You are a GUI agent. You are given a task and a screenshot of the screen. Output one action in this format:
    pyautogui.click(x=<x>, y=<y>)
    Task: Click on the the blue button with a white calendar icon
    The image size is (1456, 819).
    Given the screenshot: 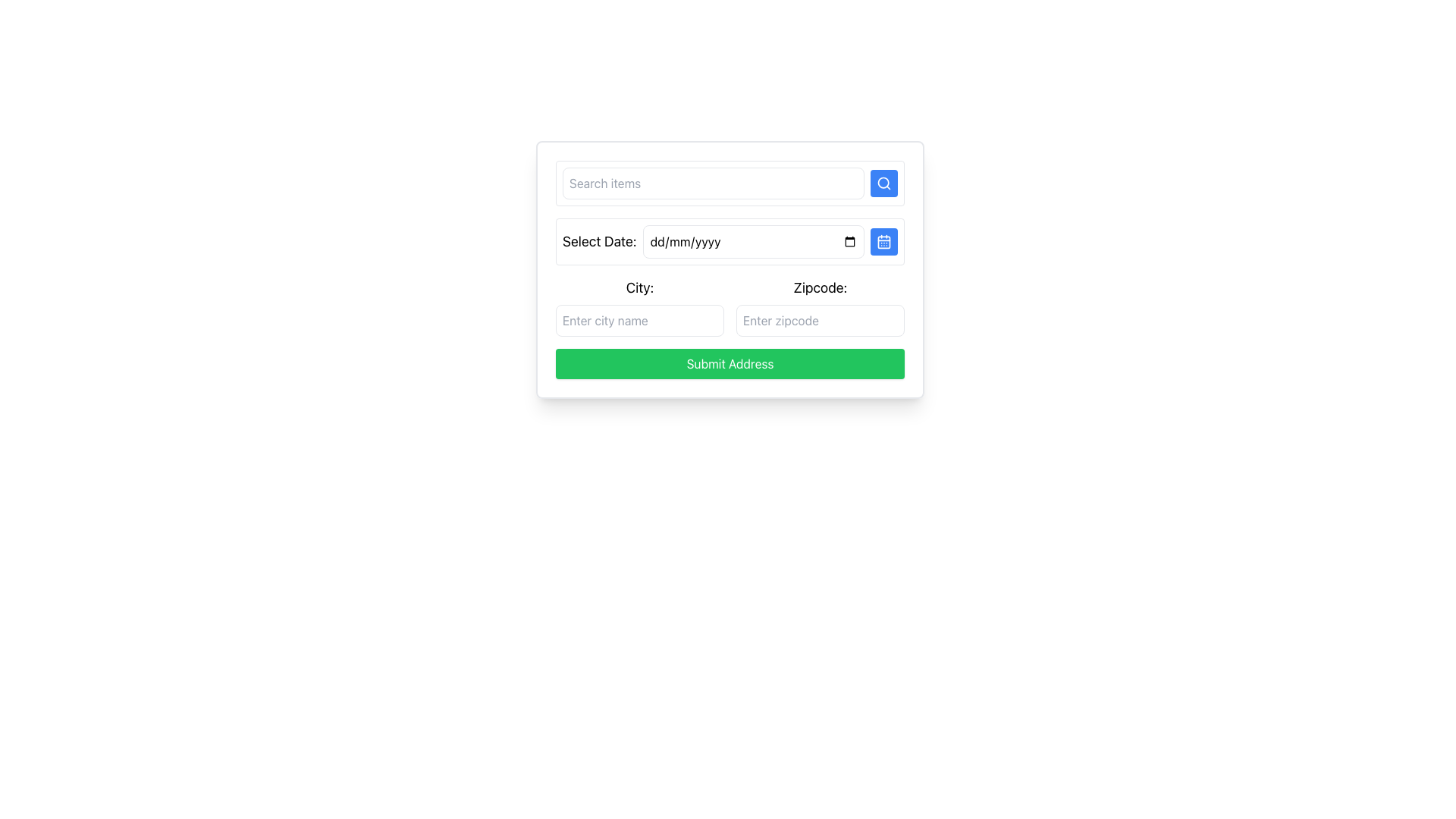 What is the action you would take?
    pyautogui.click(x=884, y=241)
    